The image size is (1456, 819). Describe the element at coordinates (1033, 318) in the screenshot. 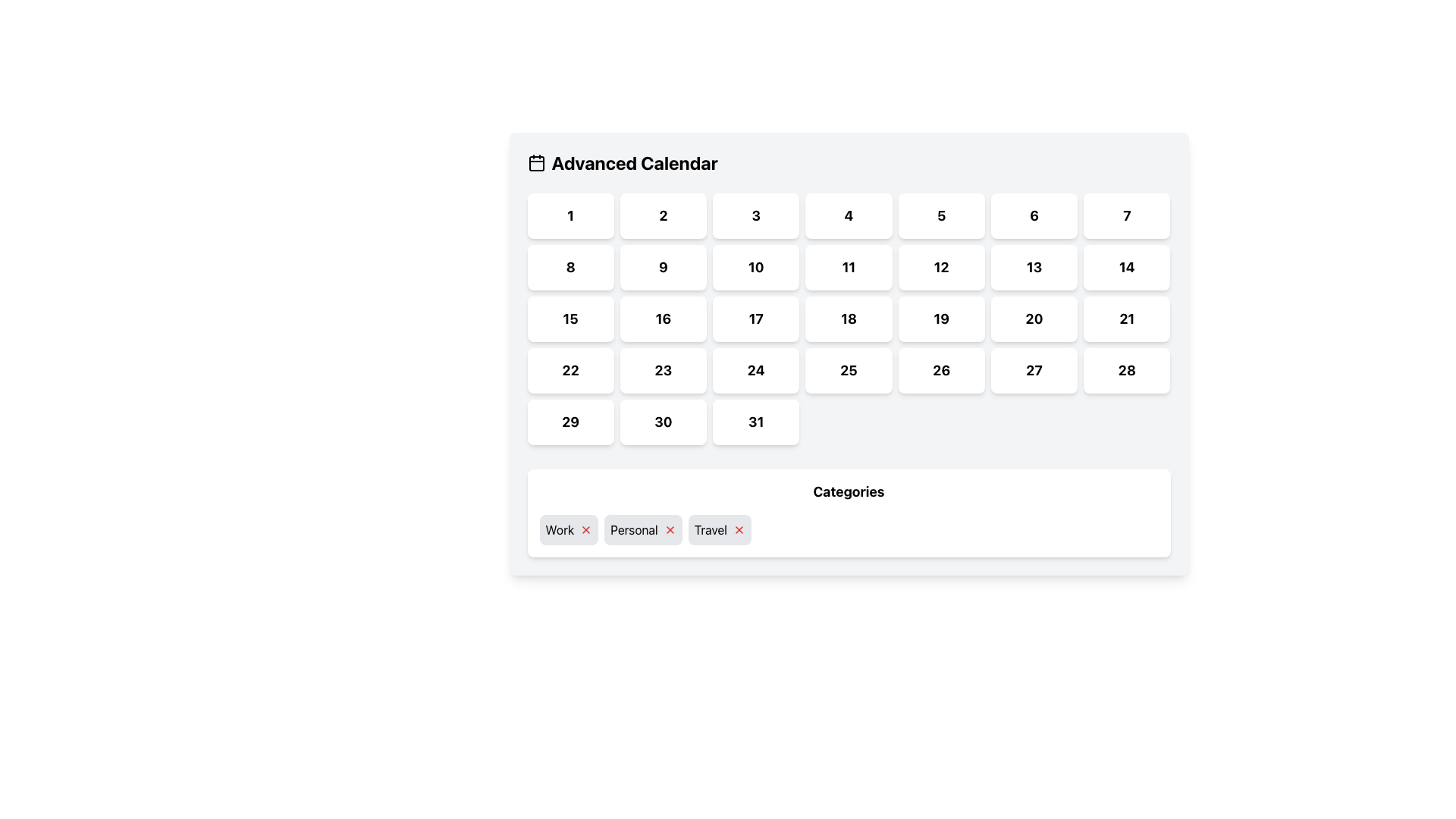

I see `the bold numeric text '20' within the white, rounded rectangular button in the calendar grid` at that location.